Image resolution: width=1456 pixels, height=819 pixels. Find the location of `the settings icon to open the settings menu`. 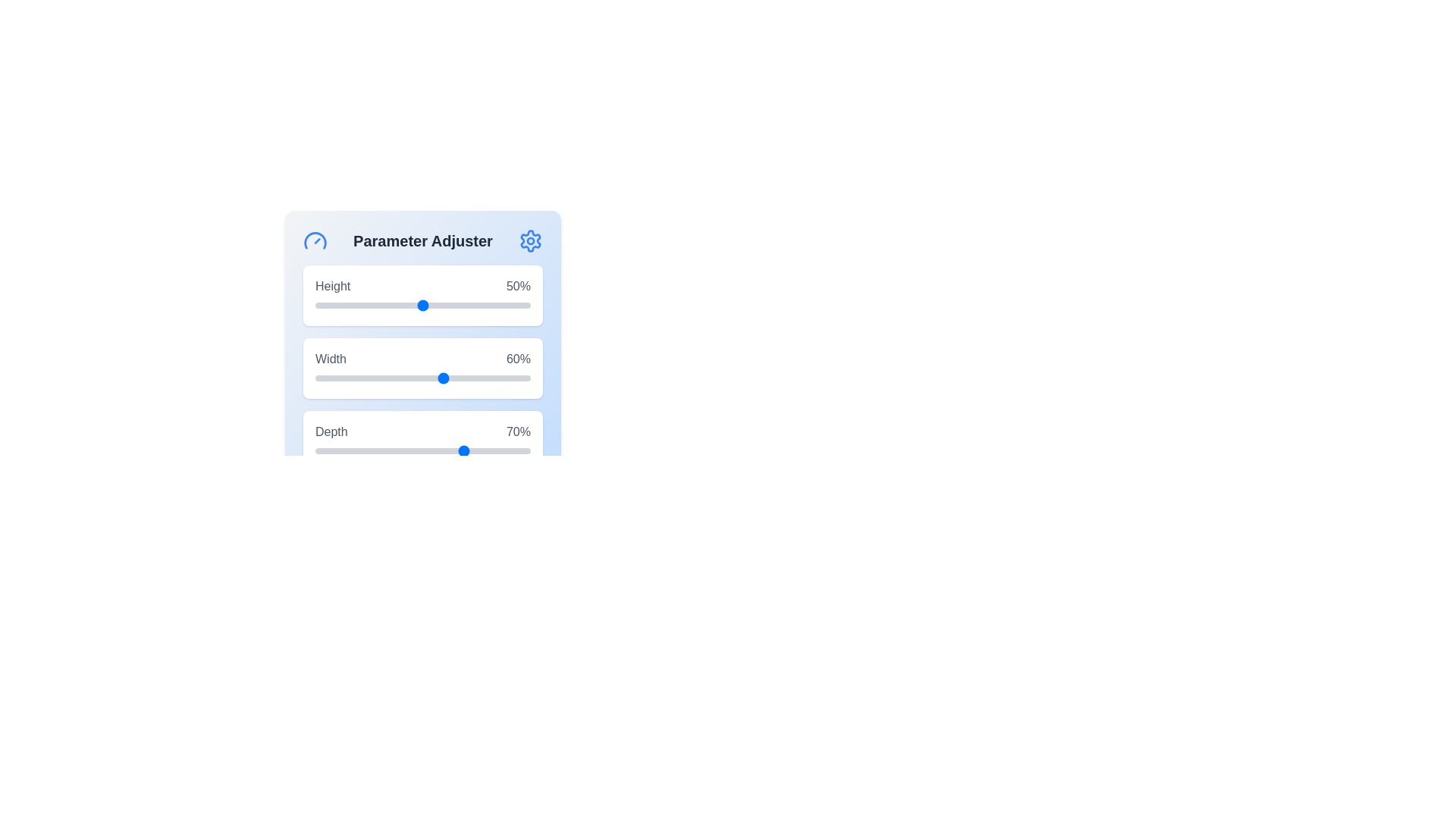

the settings icon to open the settings menu is located at coordinates (531, 240).